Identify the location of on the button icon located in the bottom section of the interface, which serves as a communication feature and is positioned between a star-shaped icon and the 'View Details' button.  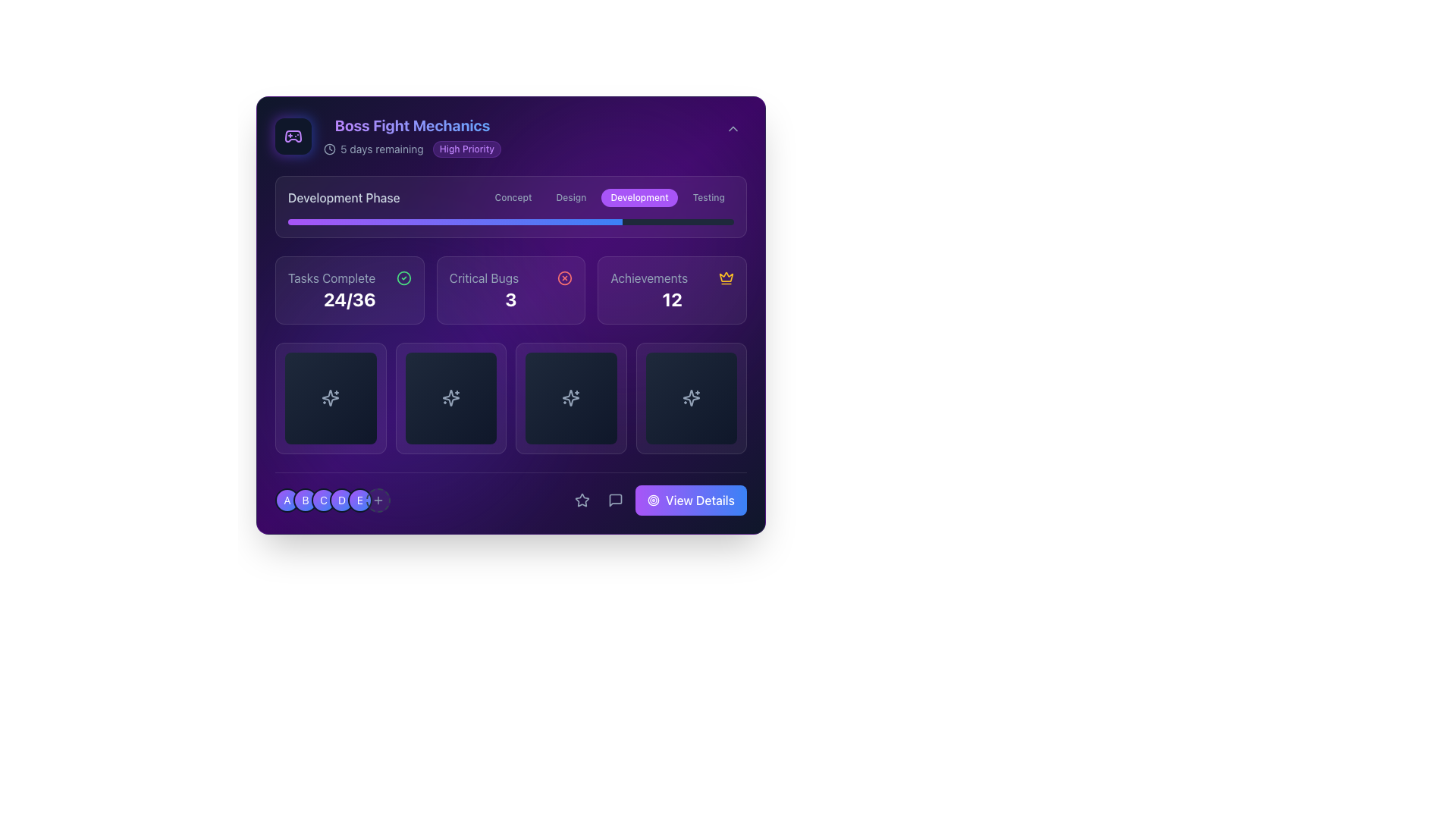
(615, 500).